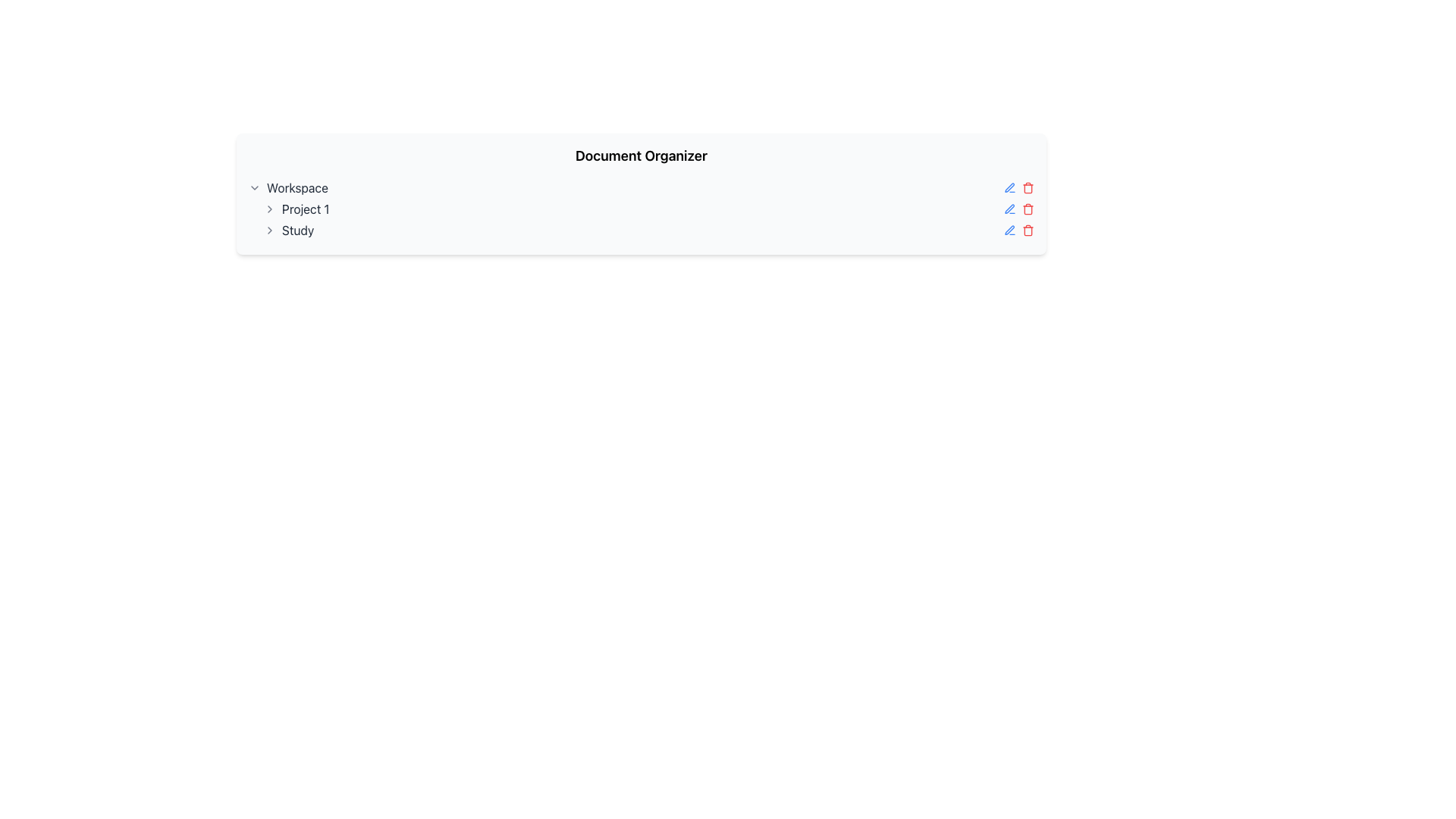 The image size is (1456, 819). What do you see at coordinates (1028, 231) in the screenshot?
I see `the red icon button located to the right of the blue pen icon` at bounding box center [1028, 231].